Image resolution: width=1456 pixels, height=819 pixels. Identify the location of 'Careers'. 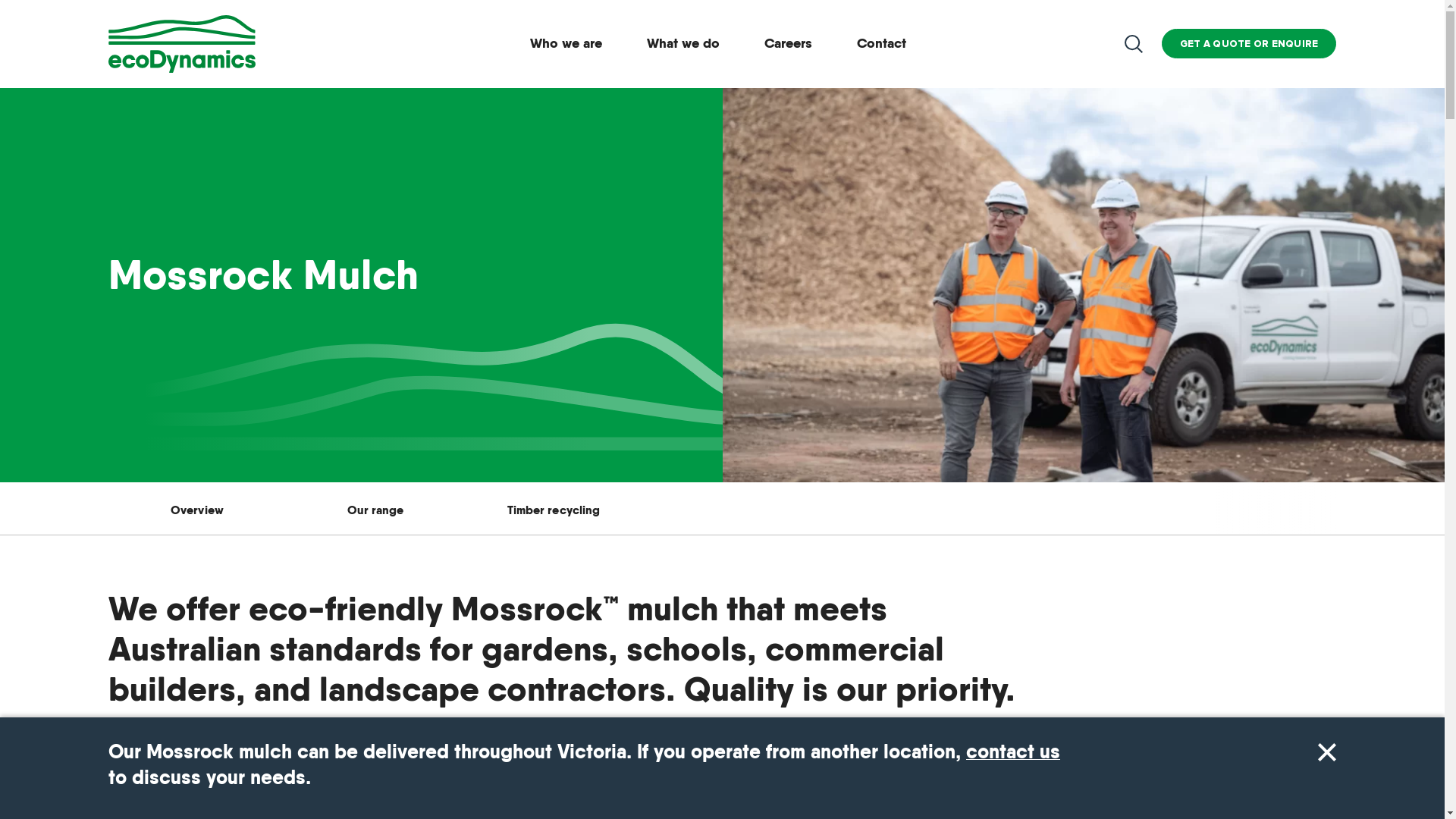
(788, 42).